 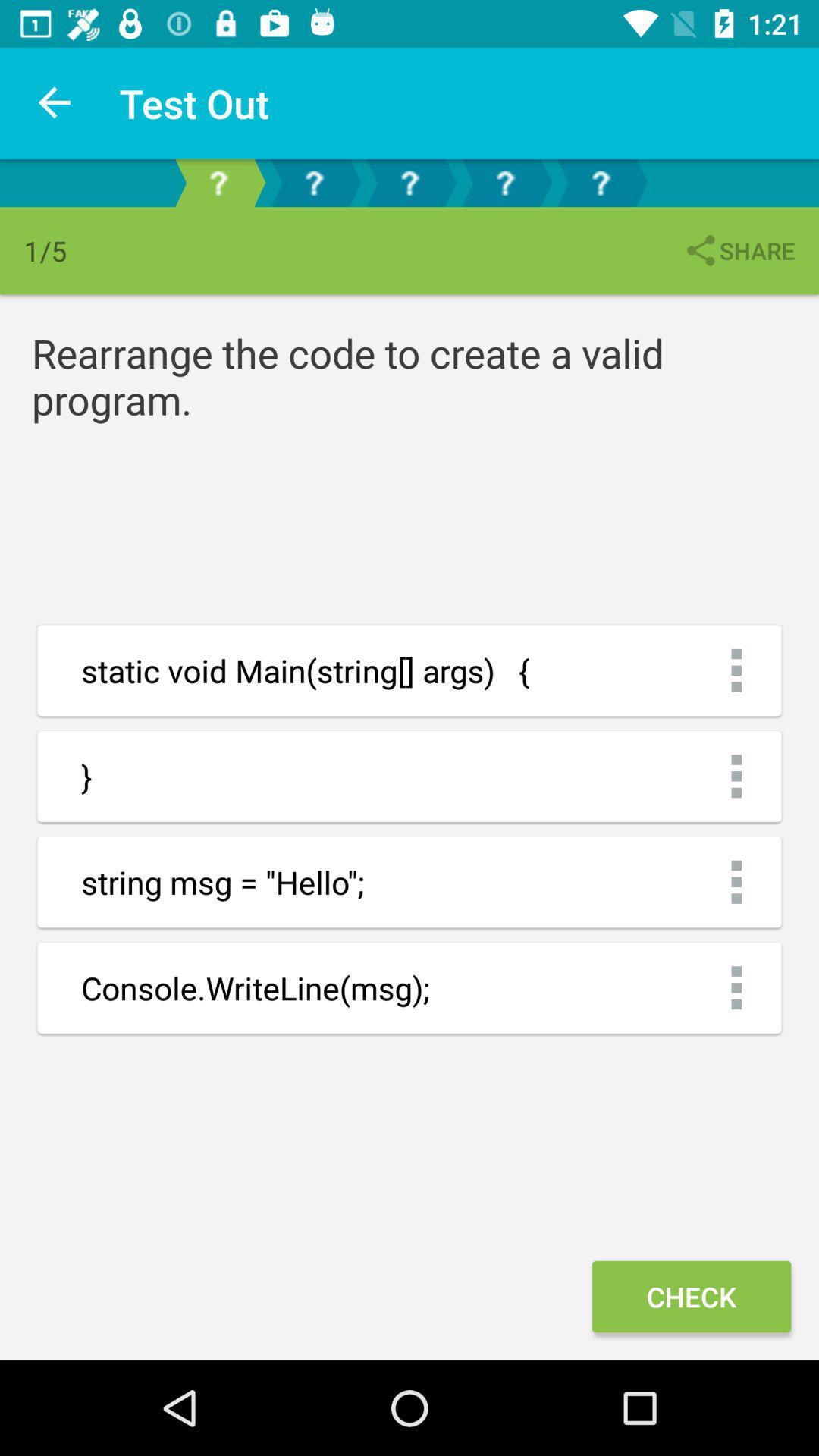 I want to click on the help icon, so click(x=312, y=182).